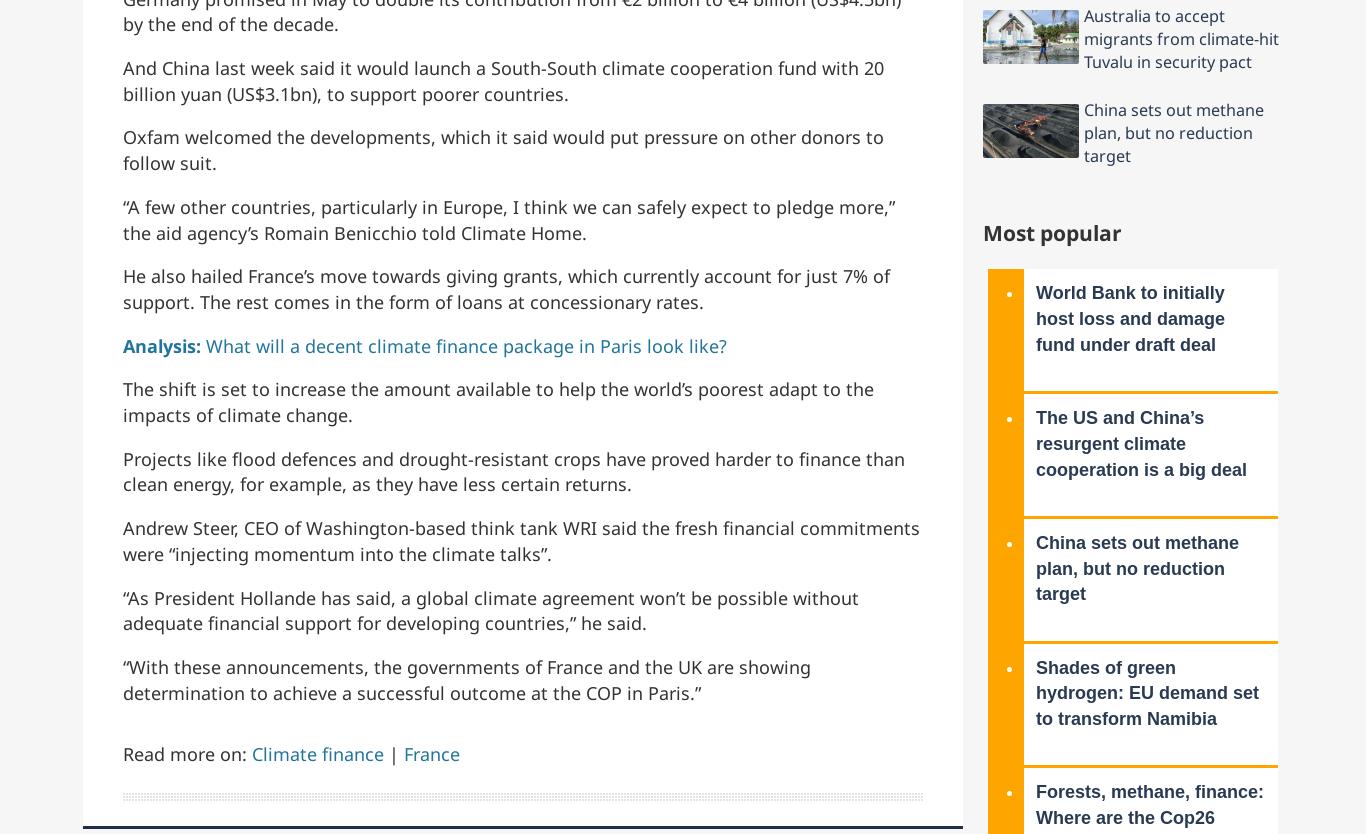 The height and width of the screenshot is (834, 1366). I want to click on 'Most popular', so click(1051, 231).